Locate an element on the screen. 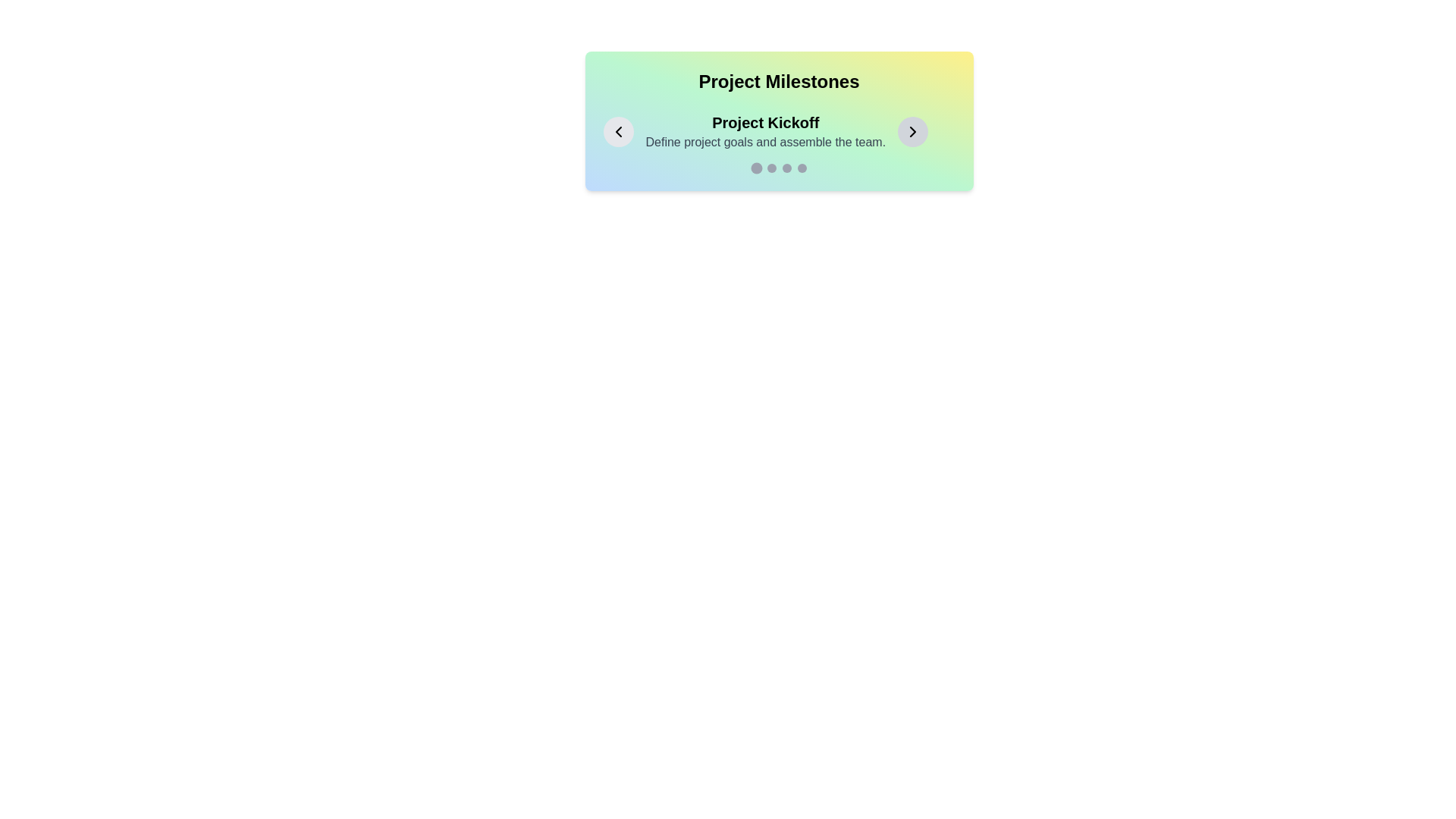 The image size is (1456, 819). the small circular button located below the heading 'Project Kickoff' is located at coordinates (786, 168).